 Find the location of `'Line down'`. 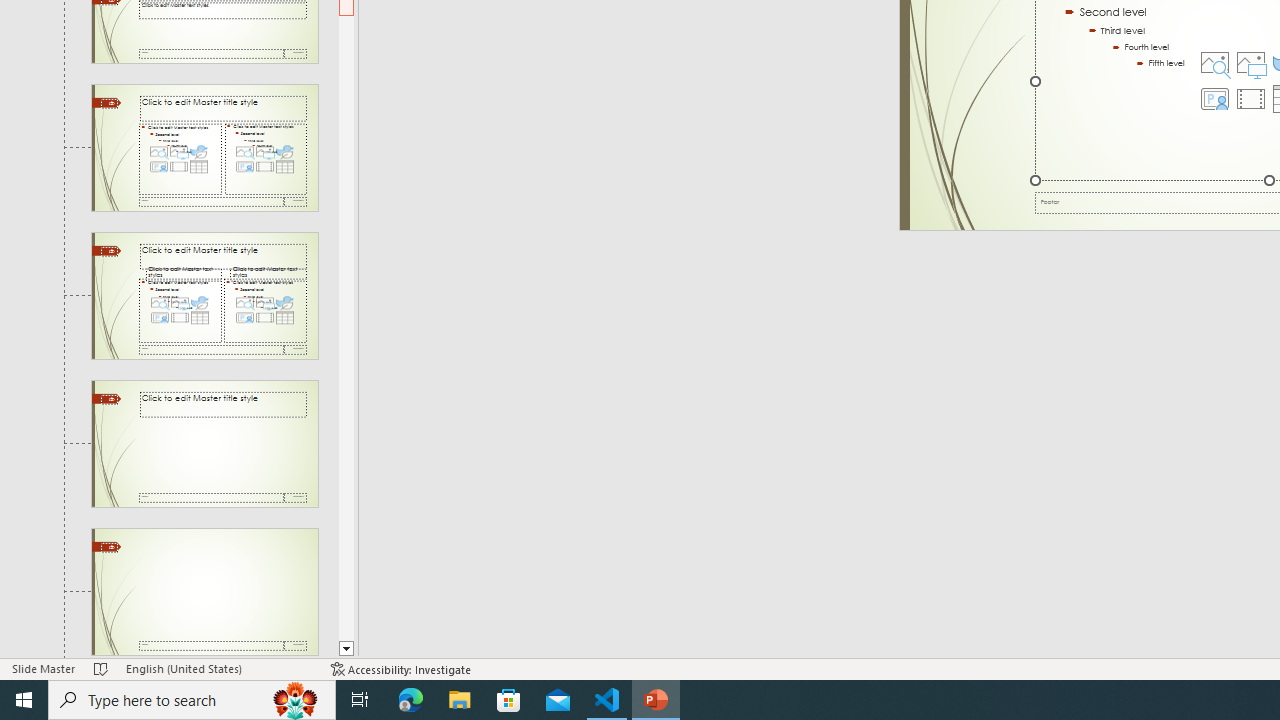

'Line down' is located at coordinates (346, 649).